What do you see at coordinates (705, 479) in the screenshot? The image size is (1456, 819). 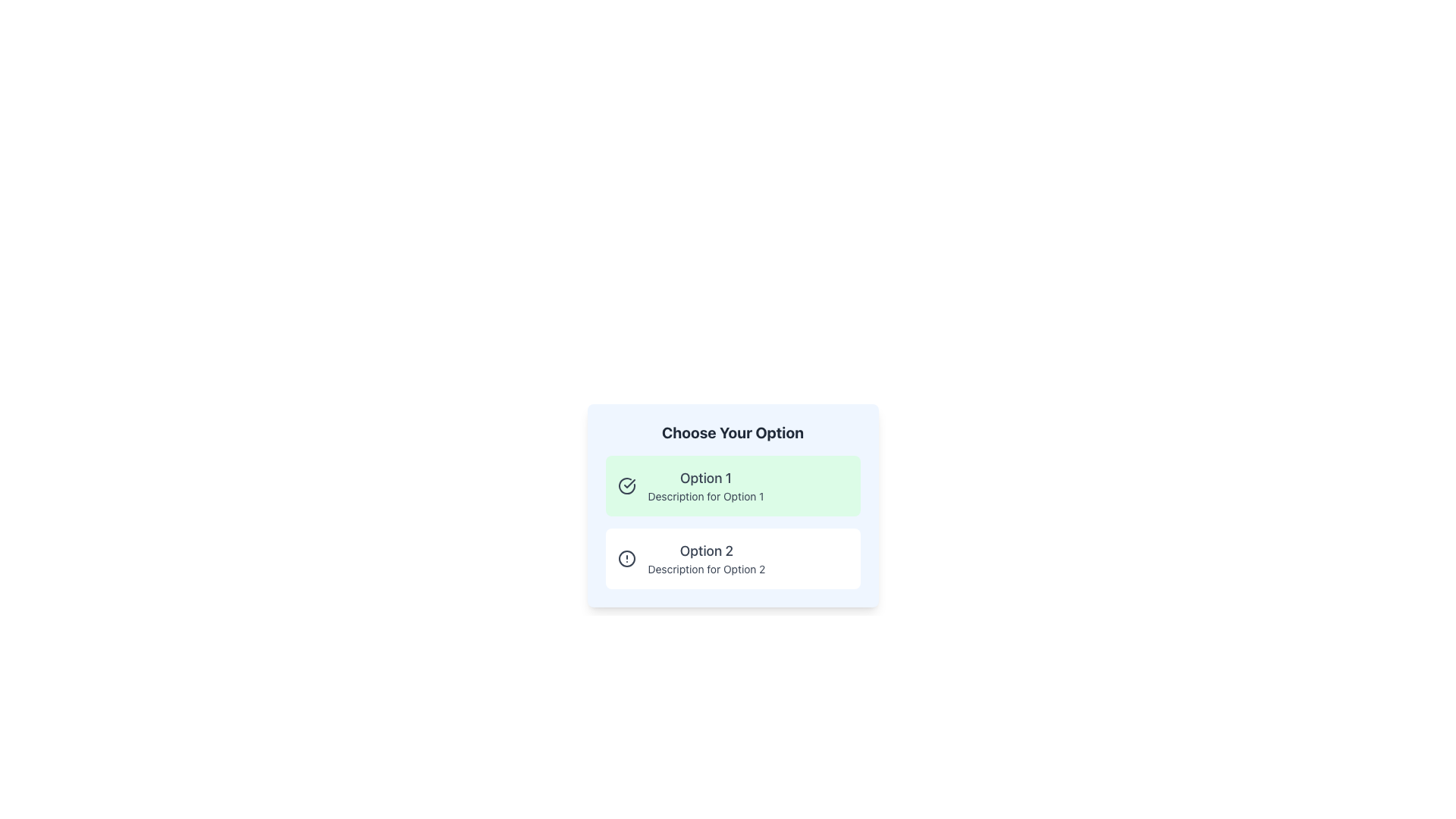 I see `the text label that serves as the title for the first selectable option in the list, located above the text 'Description for Option 1'` at bounding box center [705, 479].